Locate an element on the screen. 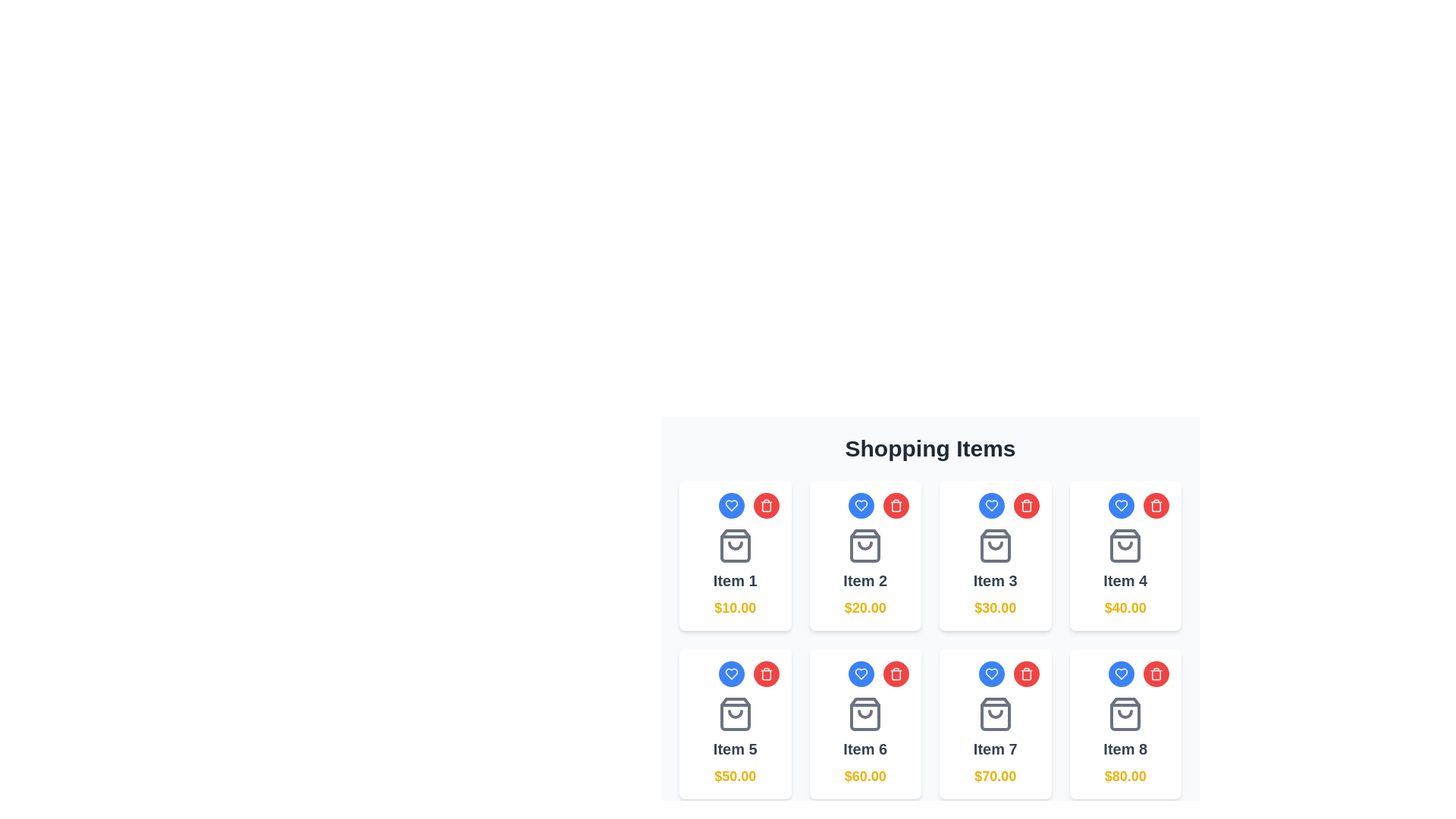 Image resolution: width=1456 pixels, height=819 pixels. the circular blue button with a white heart icon to mark the item as favorite is located at coordinates (991, 506).